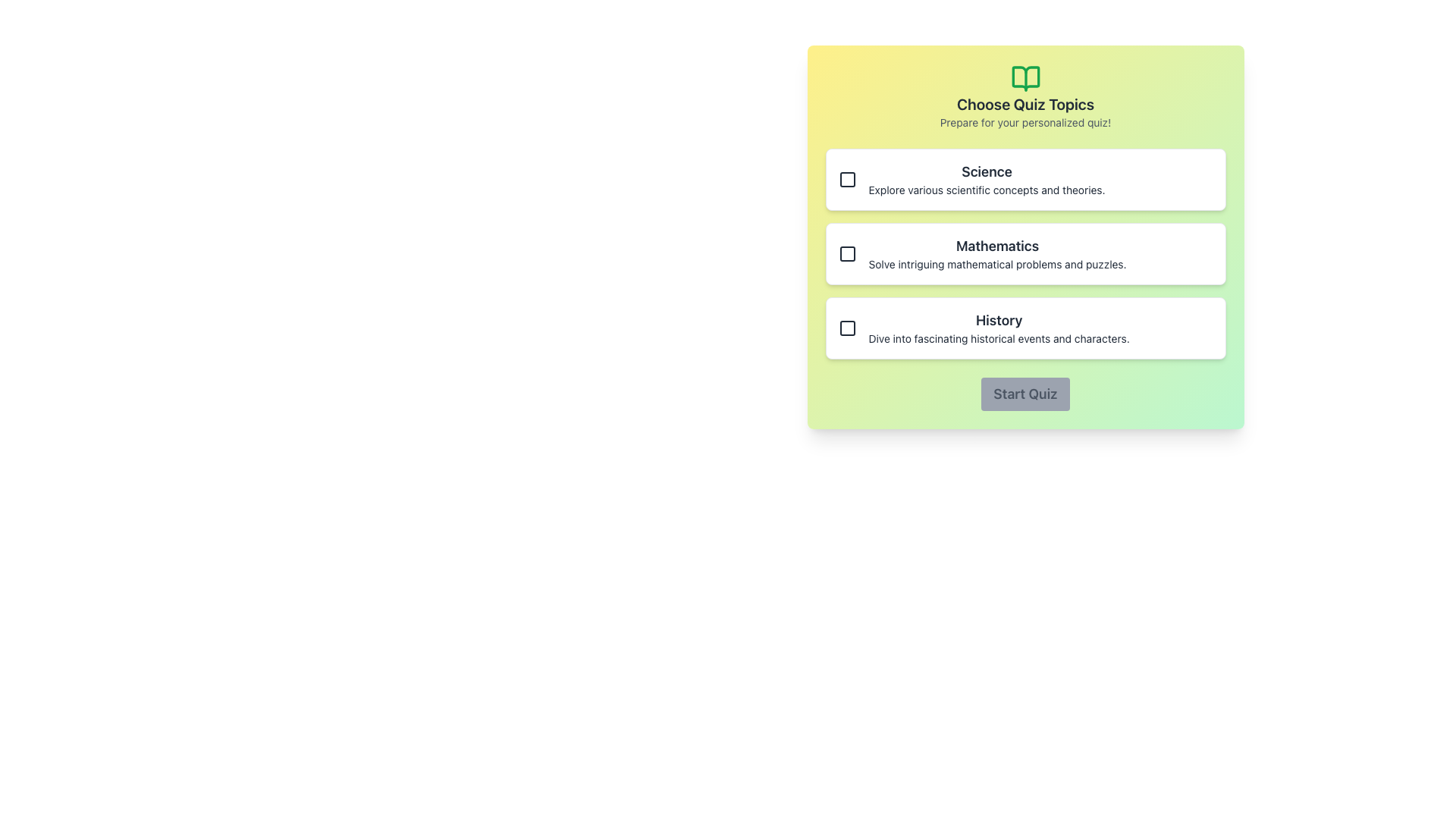 This screenshot has height=819, width=1456. Describe the element at coordinates (846, 178) in the screenshot. I see `the checkbox located to the left of the 'Science' quiz topic` at that location.